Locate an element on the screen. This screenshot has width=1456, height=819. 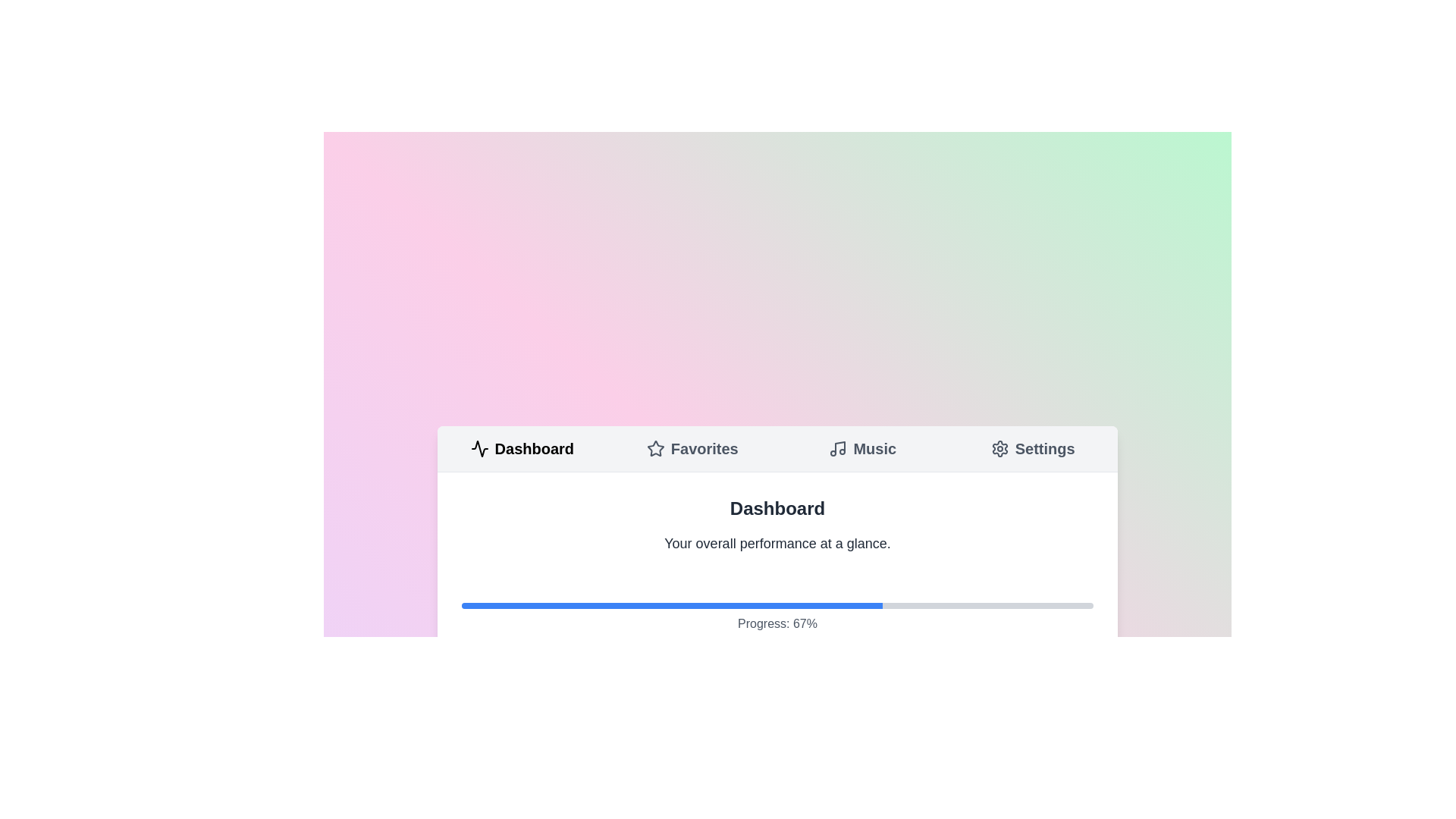
the tab labeled Dashboard is located at coordinates (522, 447).